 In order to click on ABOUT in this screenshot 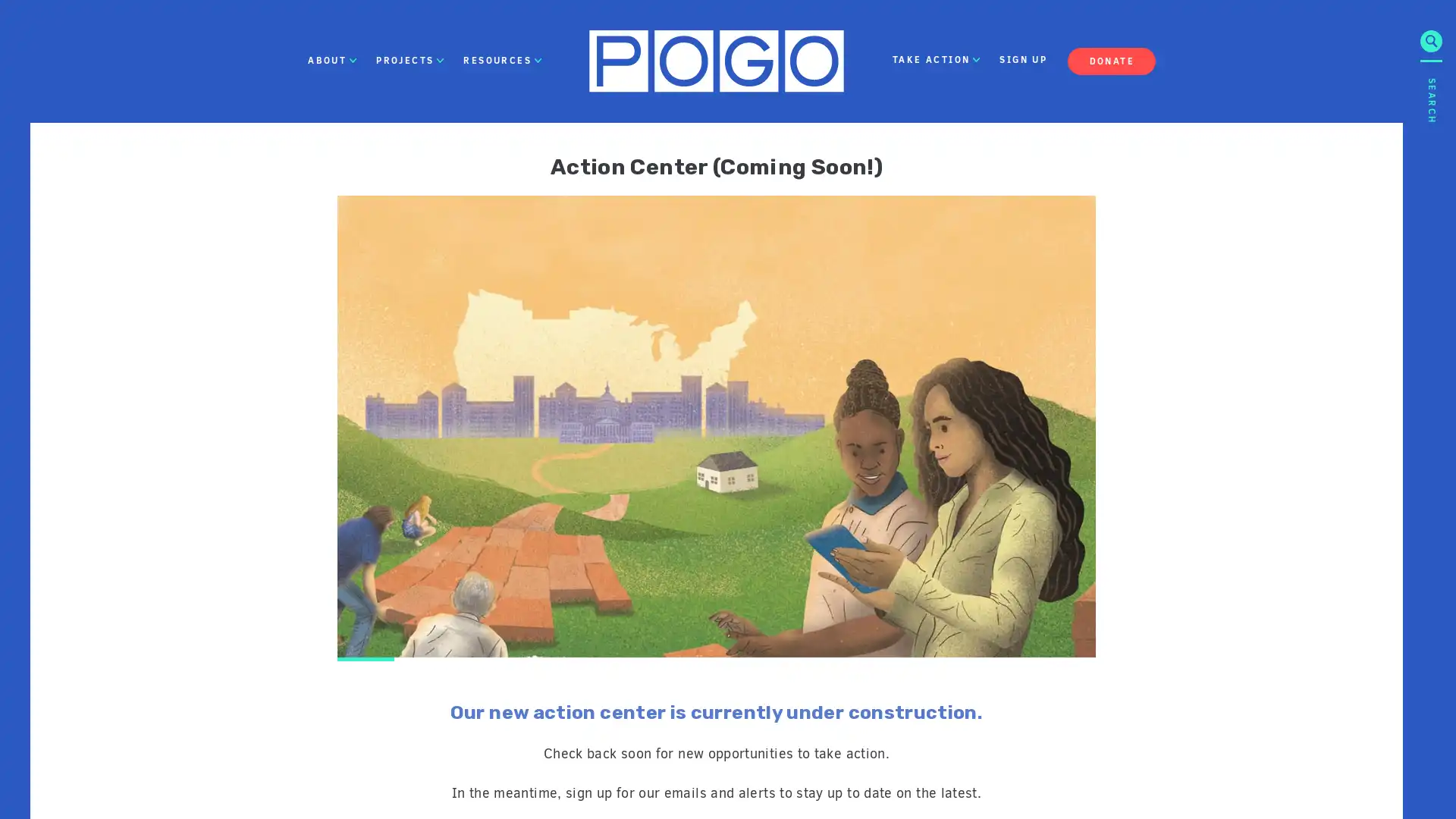, I will do `click(331, 60)`.